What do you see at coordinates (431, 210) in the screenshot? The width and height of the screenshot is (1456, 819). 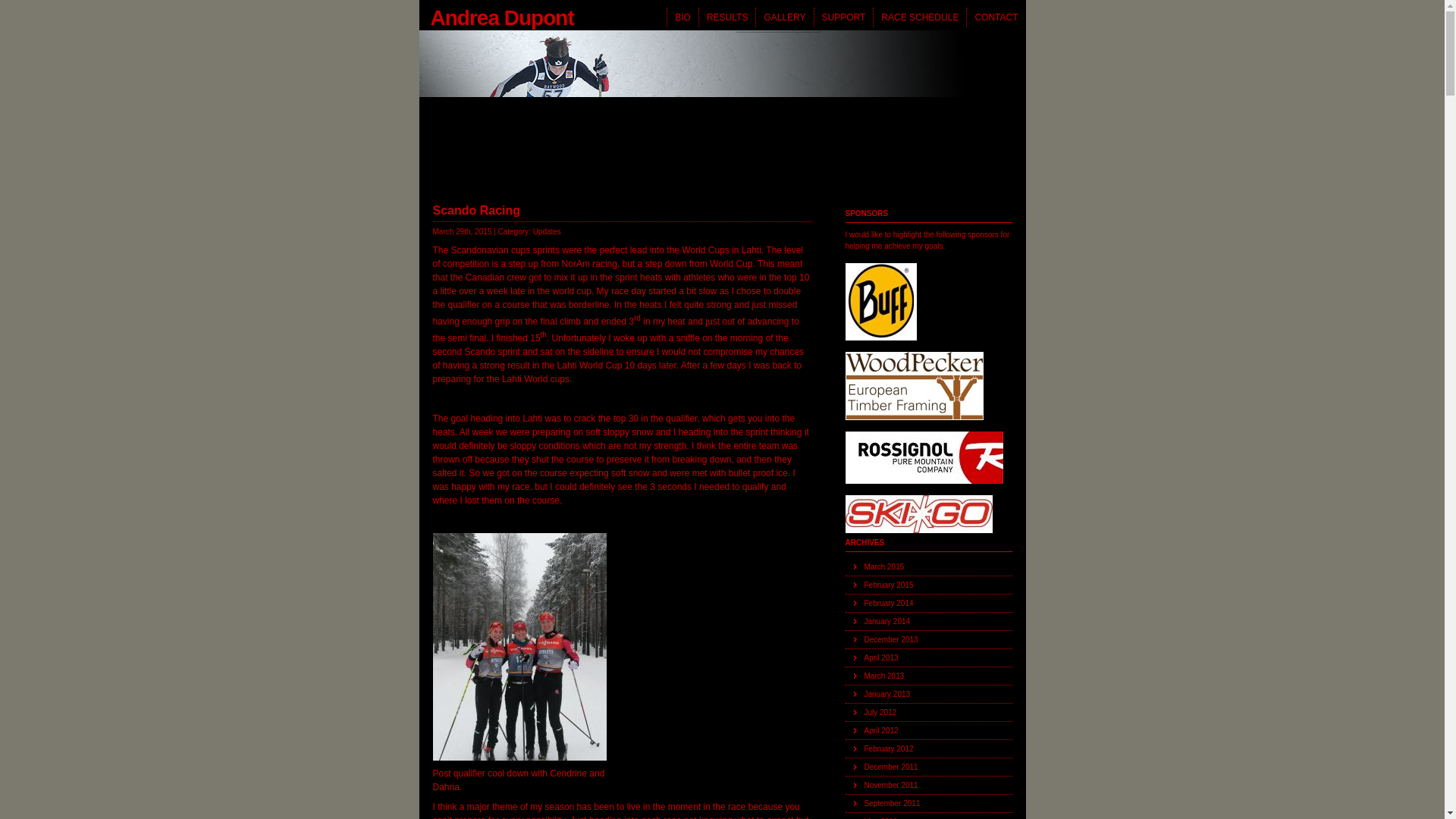 I see `'Scando Racing'` at bounding box center [431, 210].